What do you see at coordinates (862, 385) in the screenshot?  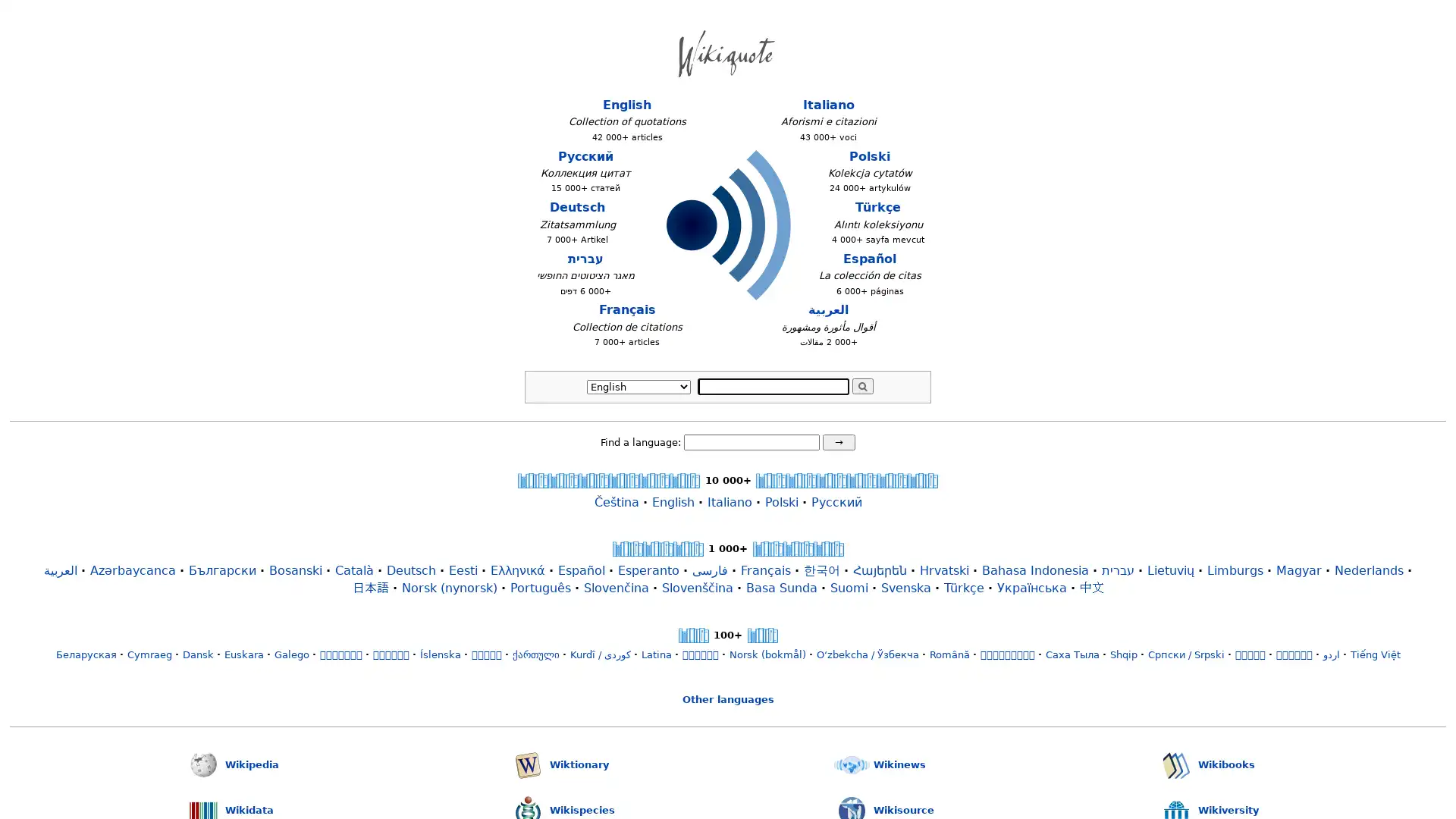 I see `Search` at bounding box center [862, 385].